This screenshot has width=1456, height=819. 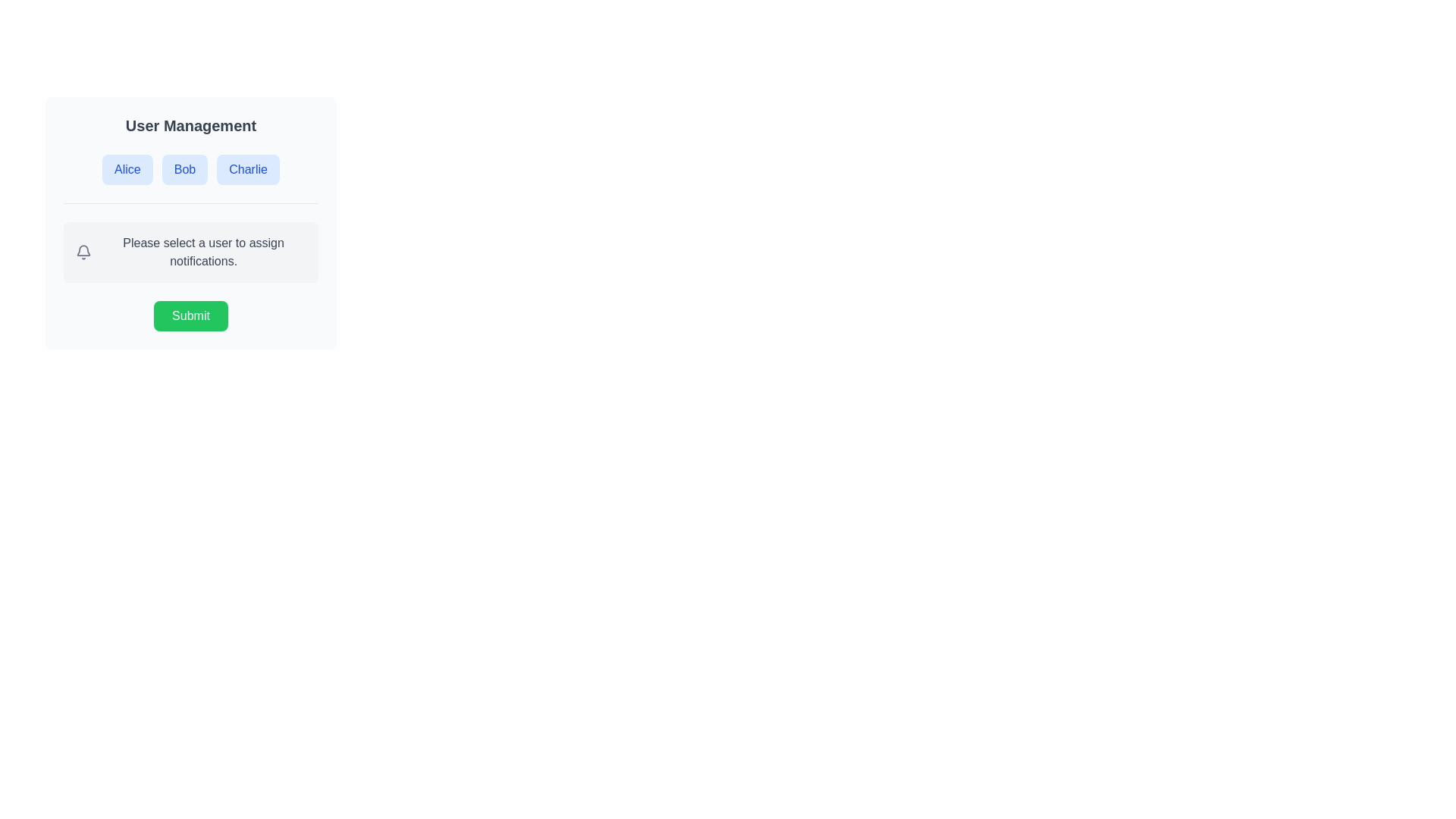 I want to click on the informational card with a bell icon and the message 'Please select a user to assign notifications.' located in the User Management section, so click(x=190, y=251).